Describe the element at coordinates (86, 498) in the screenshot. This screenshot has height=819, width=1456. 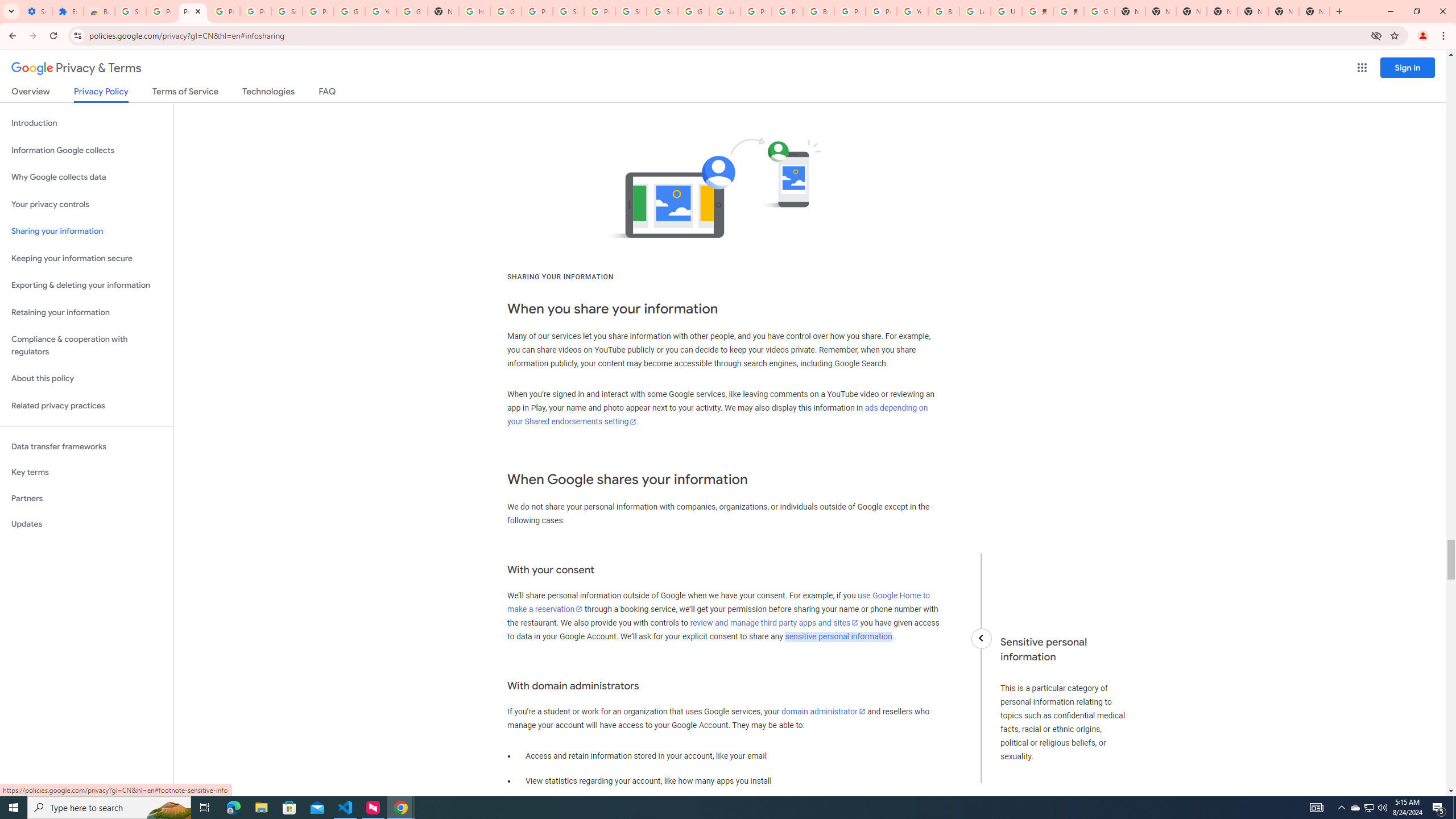
I see `'Partners'` at that location.